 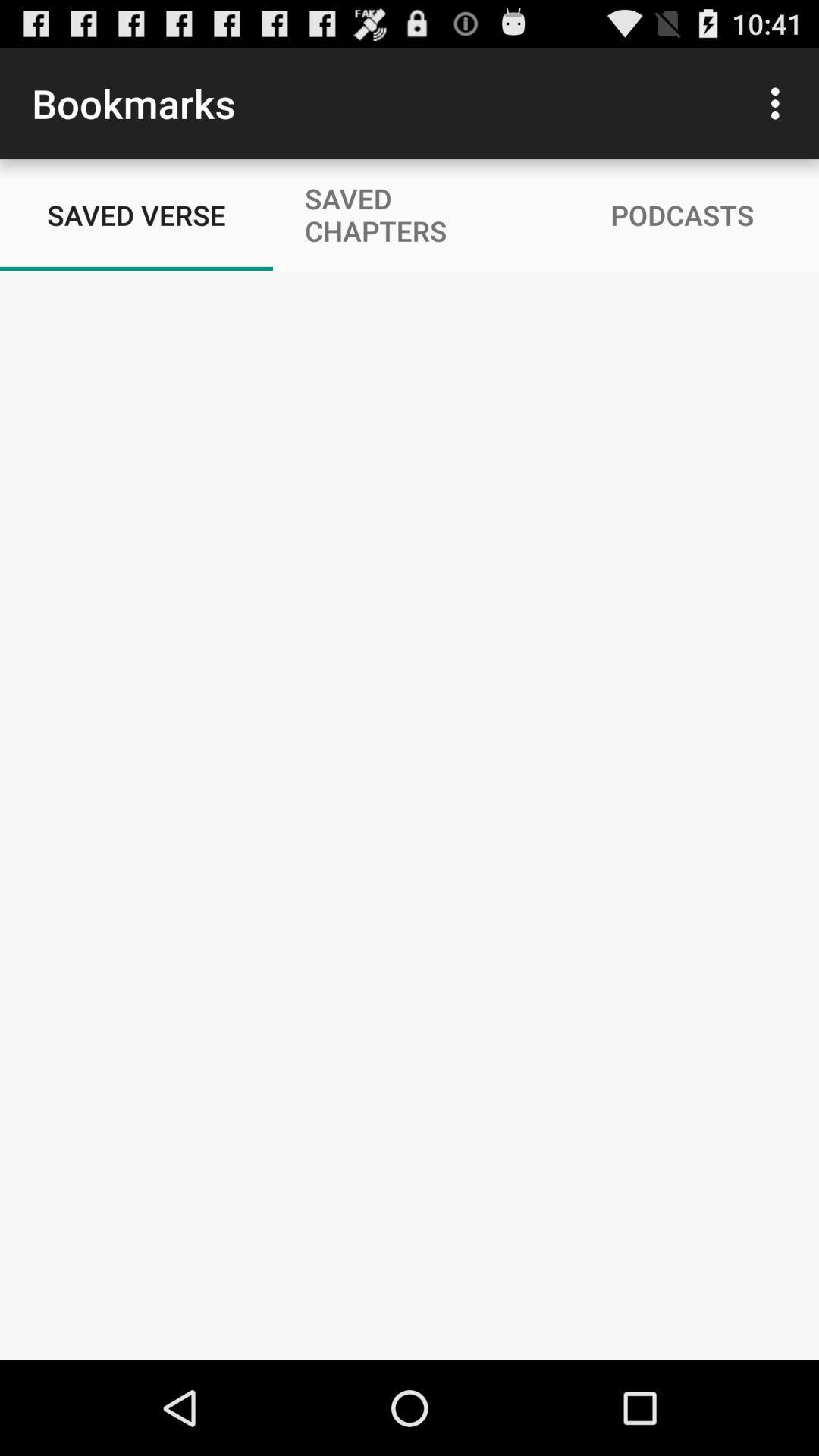 I want to click on the icon at the center, so click(x=409, y=814).